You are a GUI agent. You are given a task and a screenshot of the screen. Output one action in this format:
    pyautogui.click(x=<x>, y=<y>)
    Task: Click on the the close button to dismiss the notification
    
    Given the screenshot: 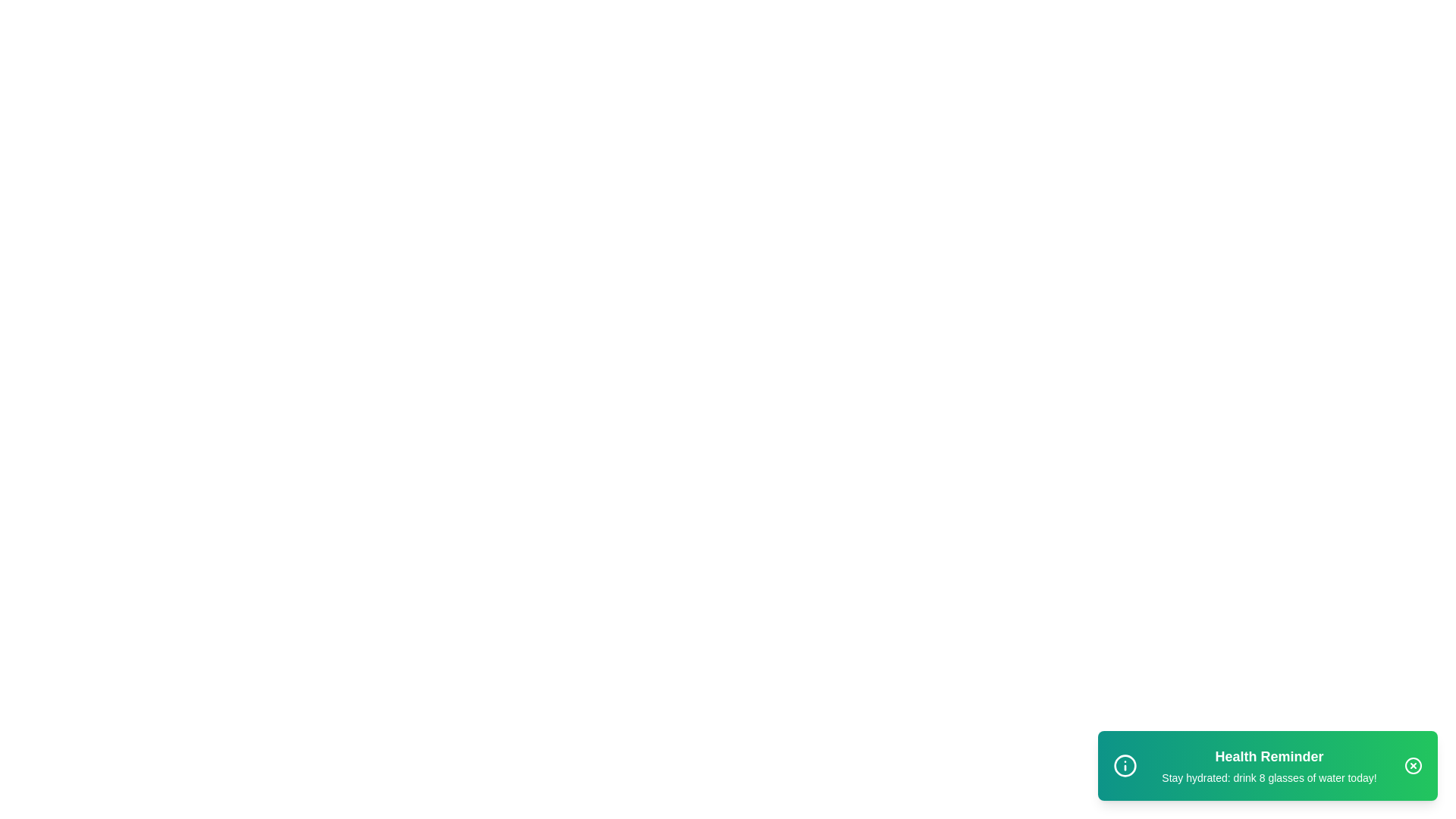 What is the action you would take?
    pyautogui.click(x=1412, y=766)
    